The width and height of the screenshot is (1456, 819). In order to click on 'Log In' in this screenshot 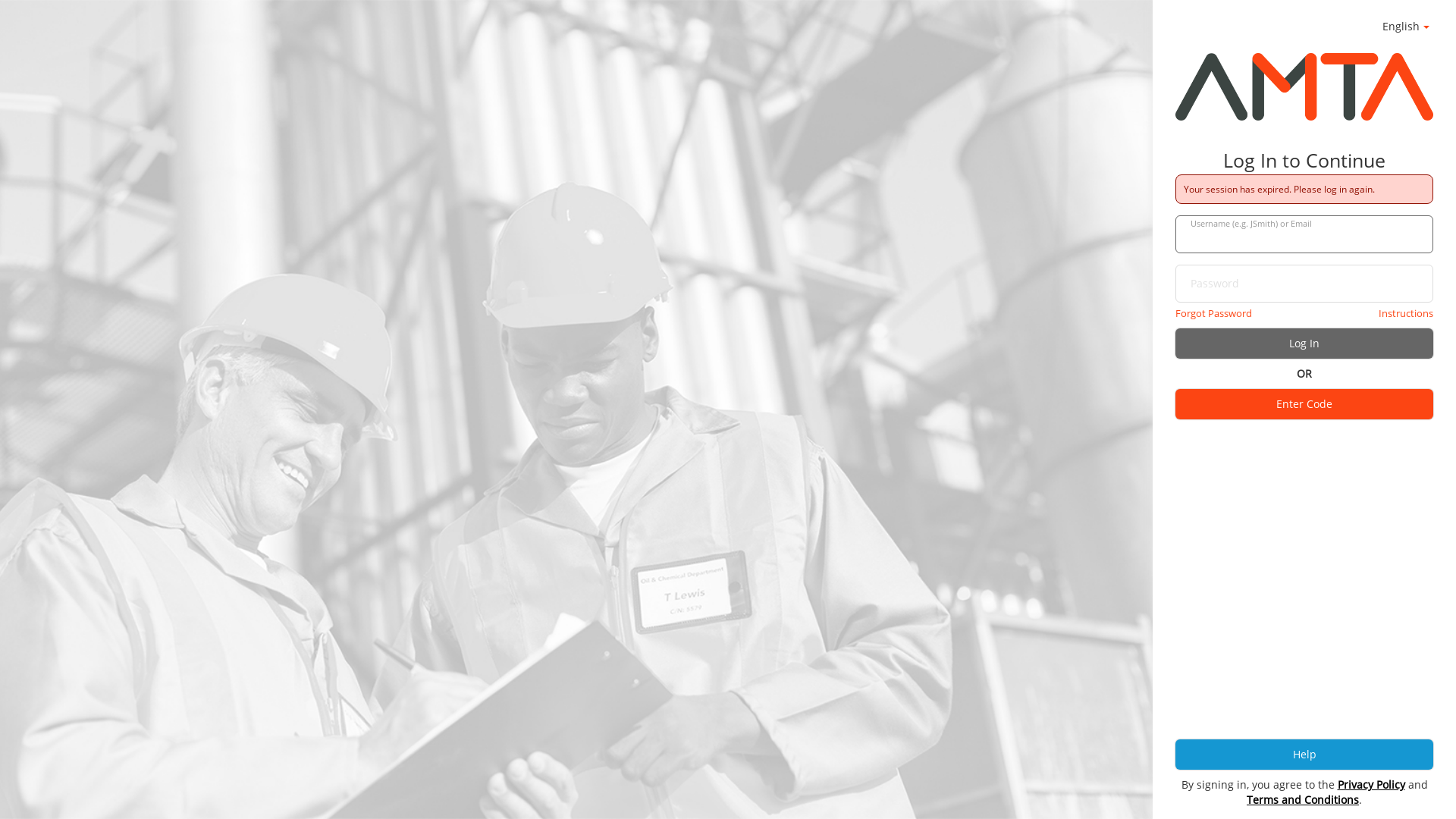, I will do `click(1303, 343)`.